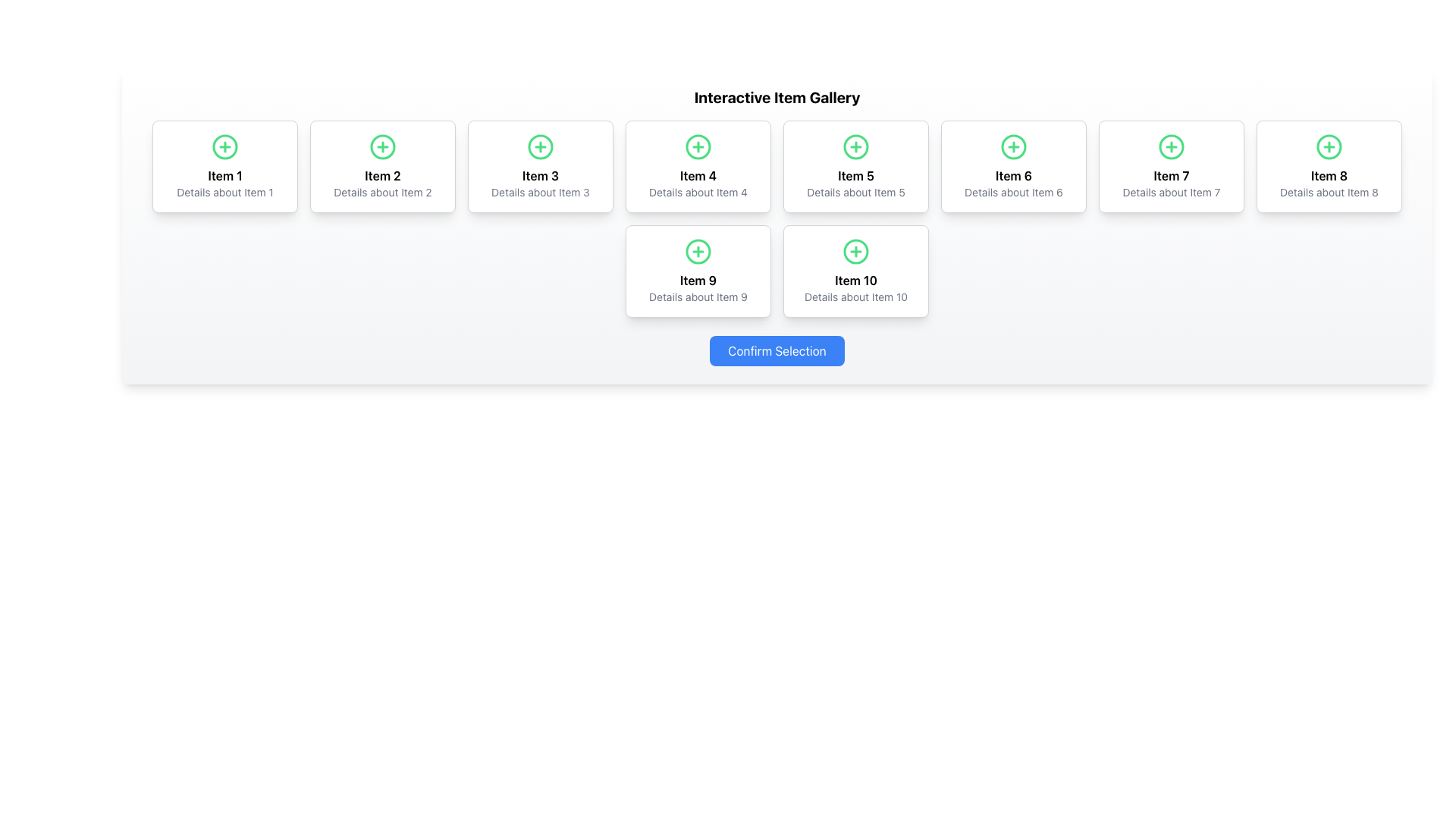 The width and height of the screenshot is (1456, 819). What do you see at coordinates (698, 146) in the screenshot?
I see `the Circular Button Icon located in the card labeled 'Item 4'` at bounding box center [698, 146].